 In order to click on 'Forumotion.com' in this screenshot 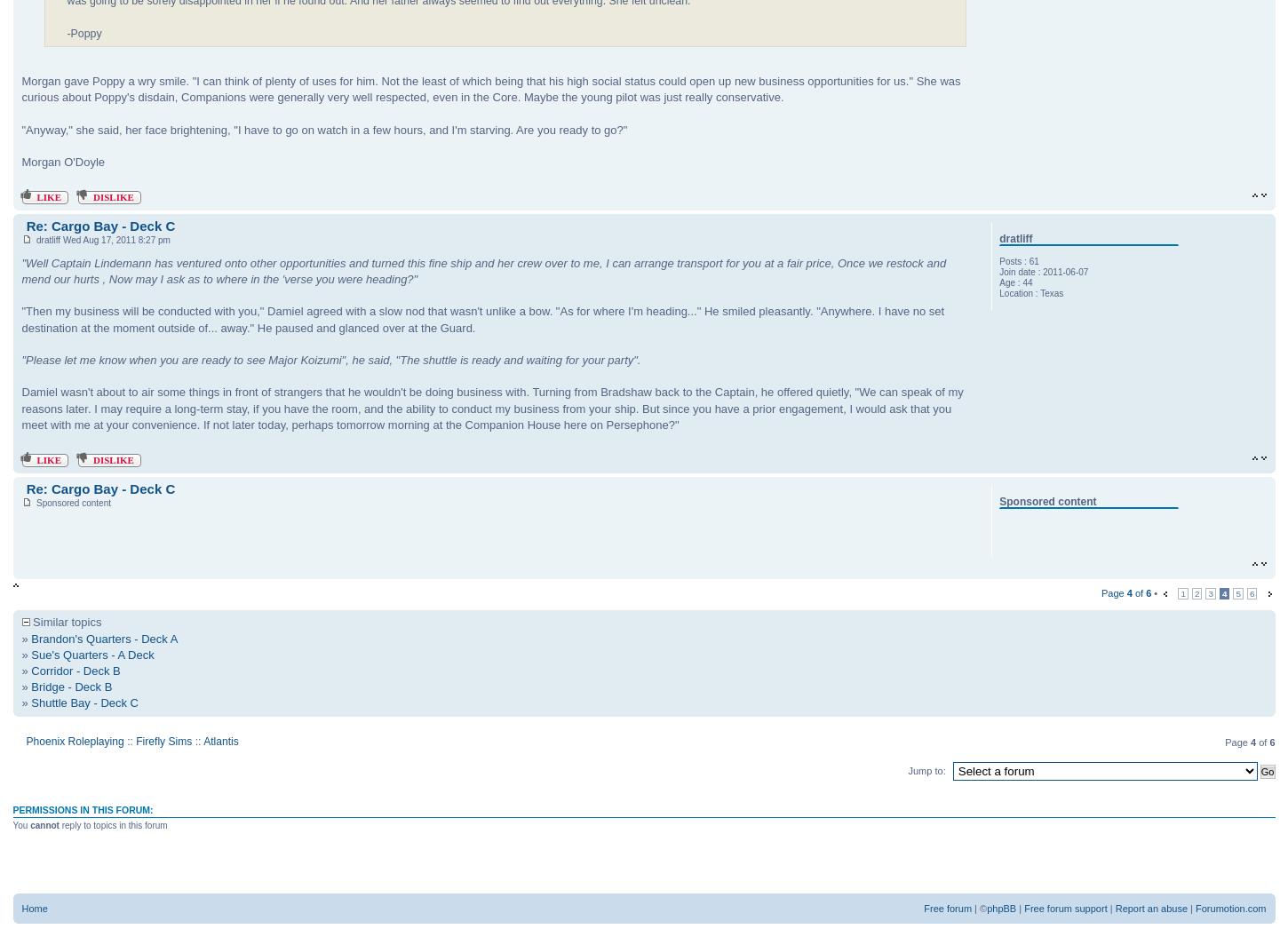, I will do `click(1195, 907)`.